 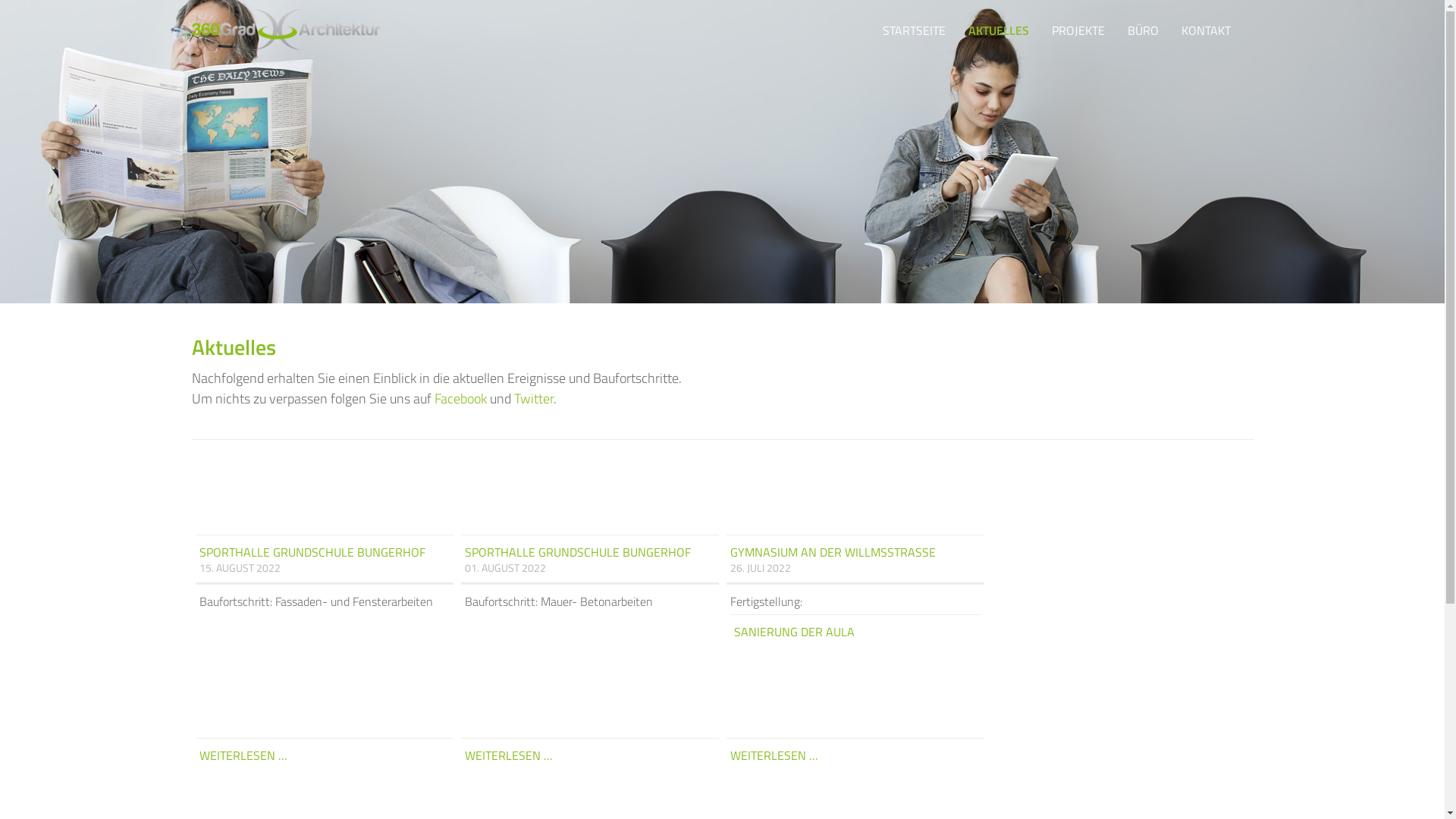 What do you see at coordinates (460, 548) in the screenshot?
I see `'SPORTHALLE GRUNDSCHULE BUNGERHOF'` at bounding box center [460, 548].